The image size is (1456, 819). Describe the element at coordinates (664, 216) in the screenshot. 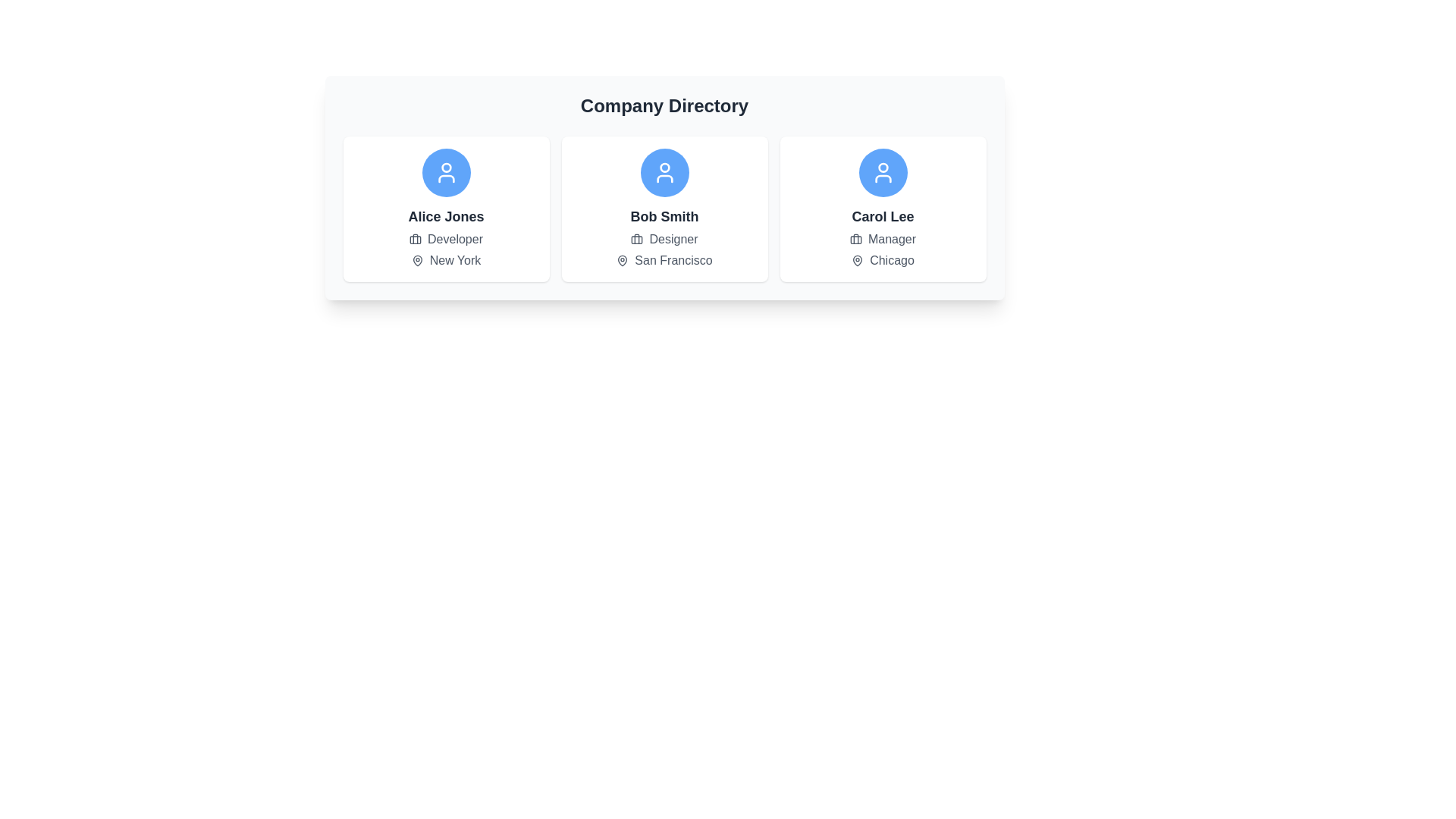

I see `the text label displaying 'Bob Smith', which serves as the primary identifier in the individual card layout` at that location.